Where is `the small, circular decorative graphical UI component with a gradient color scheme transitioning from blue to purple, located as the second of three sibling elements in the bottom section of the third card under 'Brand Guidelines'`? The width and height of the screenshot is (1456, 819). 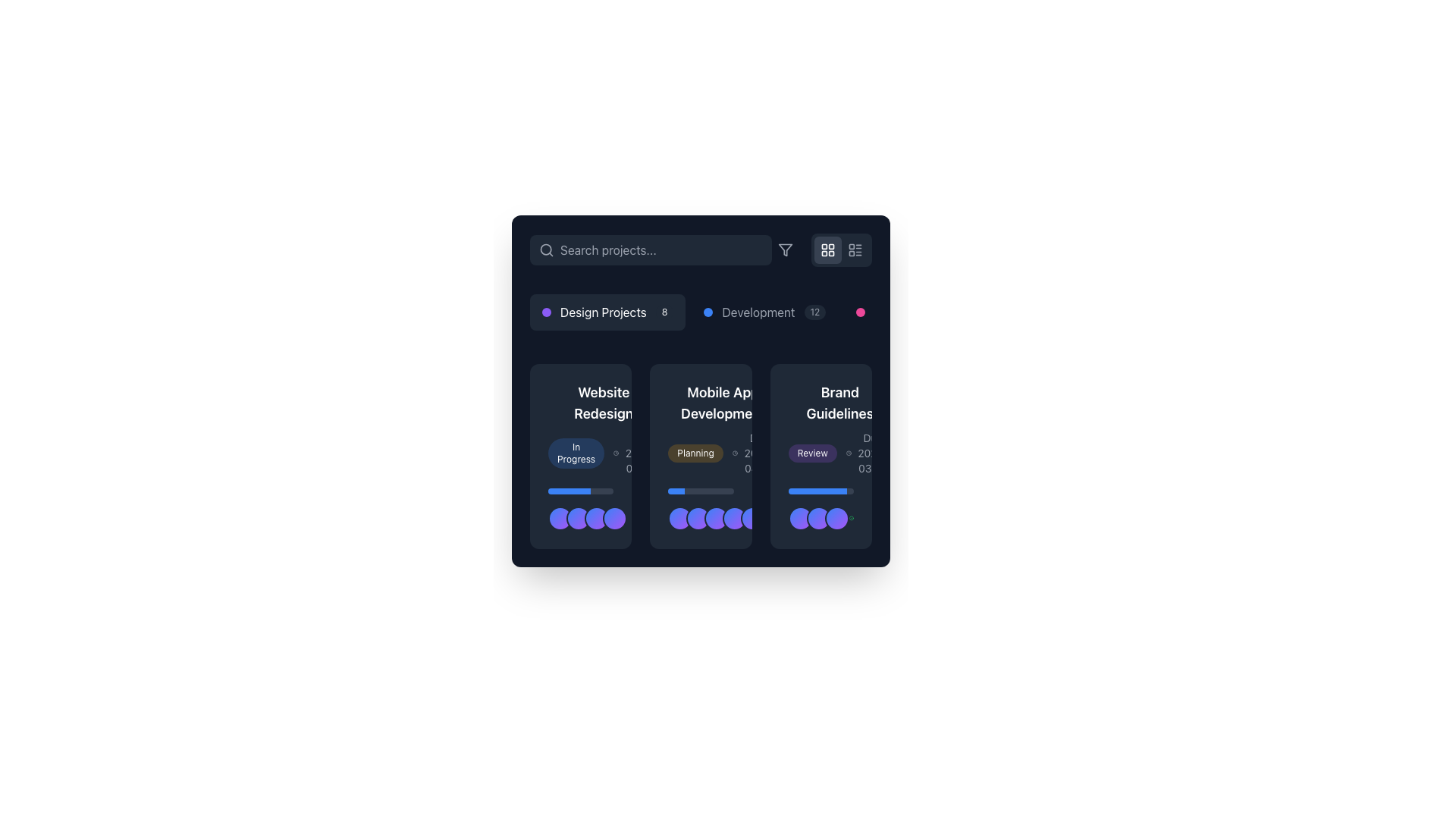
the small, circular decorative graphical UI component with a gradient color scheme transitioning from blue to purple, located as the second of three sibling elements in the bottom section of the third card under 'Brand Guidelines' is located at coordinates (817, 517).